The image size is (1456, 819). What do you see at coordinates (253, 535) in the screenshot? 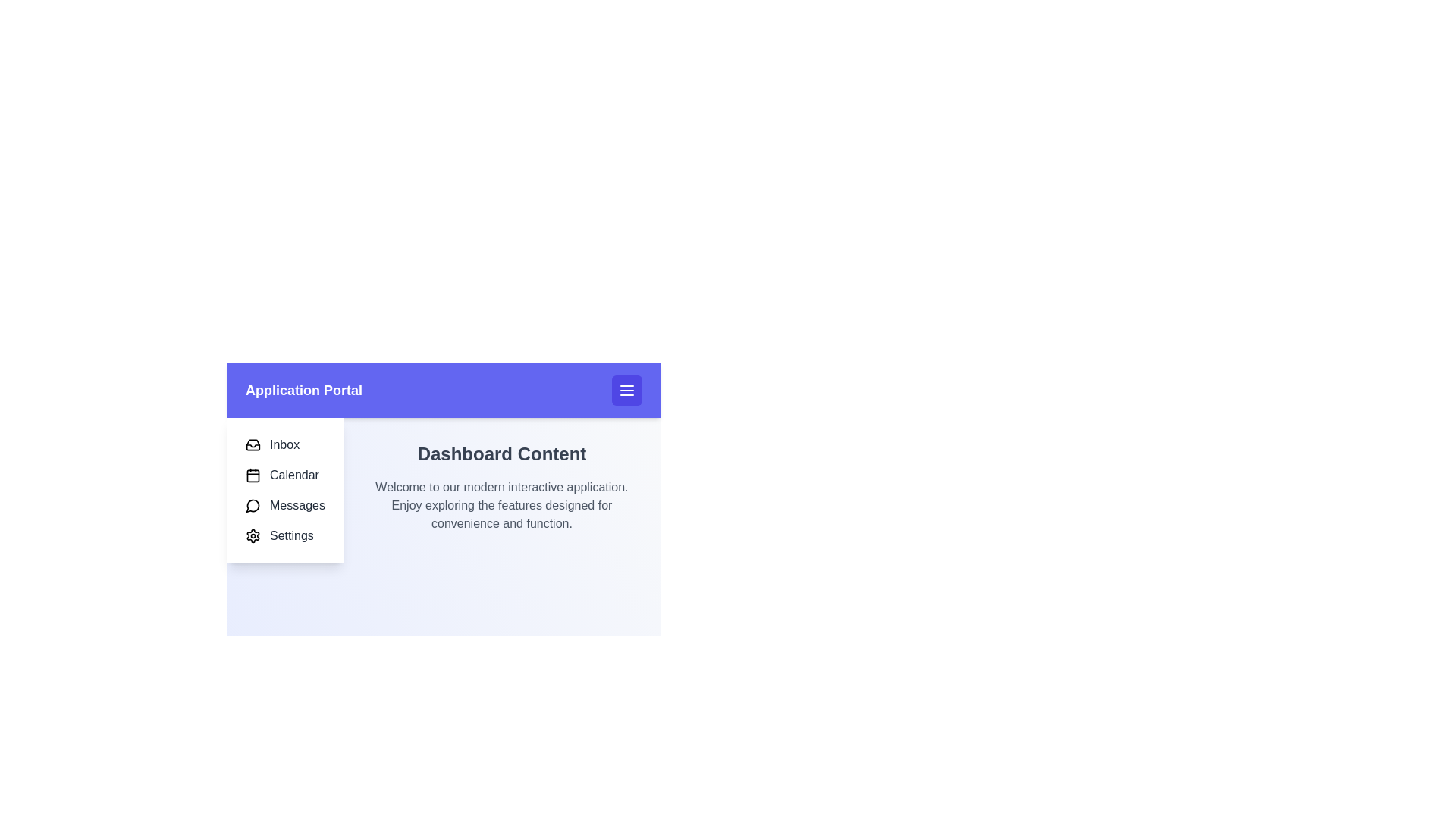
I see `the settings icon located in the vertical navigation menu, which is the leftmost component of the 'Settings' menu item, positioned in the top-left quadrant of the main application interface` at bounding box center [253, 535].